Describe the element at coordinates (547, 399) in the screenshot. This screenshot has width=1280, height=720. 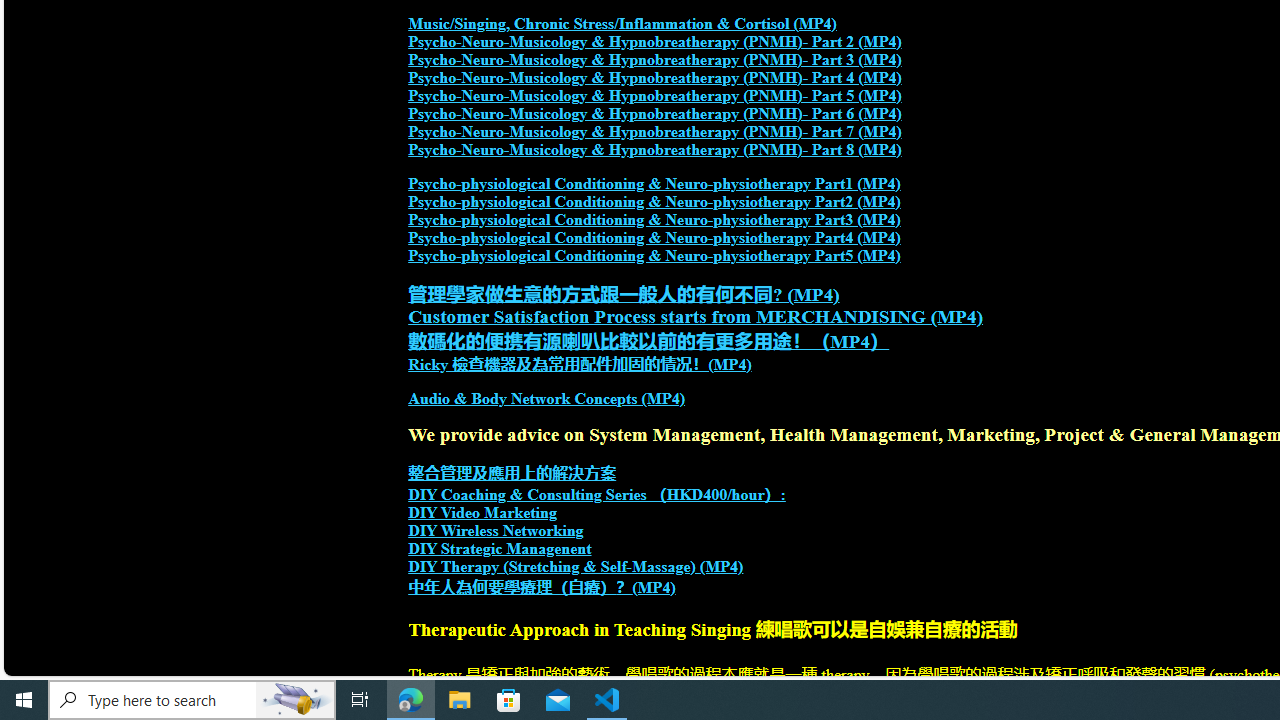
I see `'Audio & Body Network Concepts (MP4)'` at that location.